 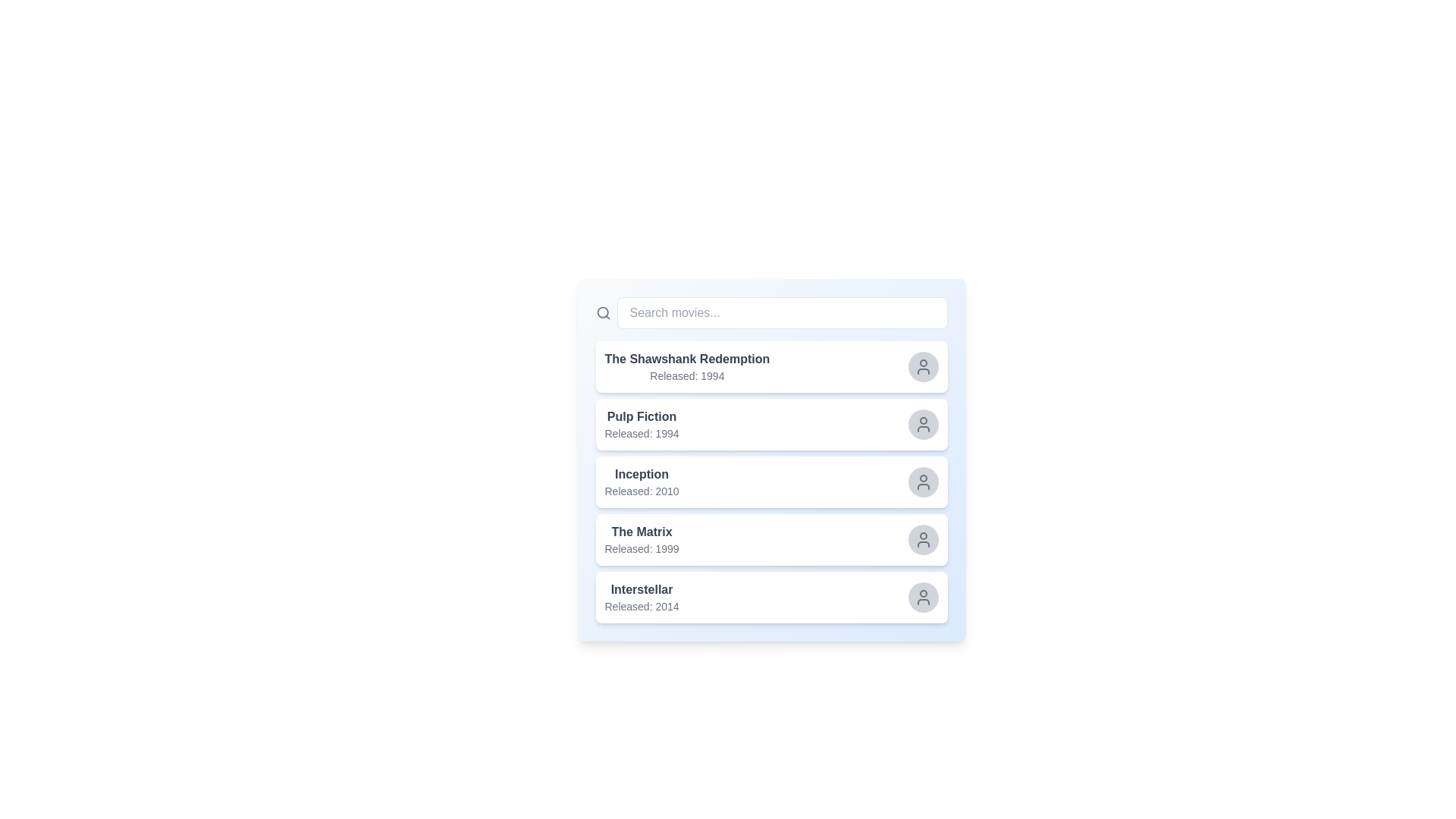 I want to click on the text label highlighting the movie name 'Inception', located in the top portion of the third card down in a vertically stacked list, directly above the text 'Released: 2010', so click(x=642, y=473).